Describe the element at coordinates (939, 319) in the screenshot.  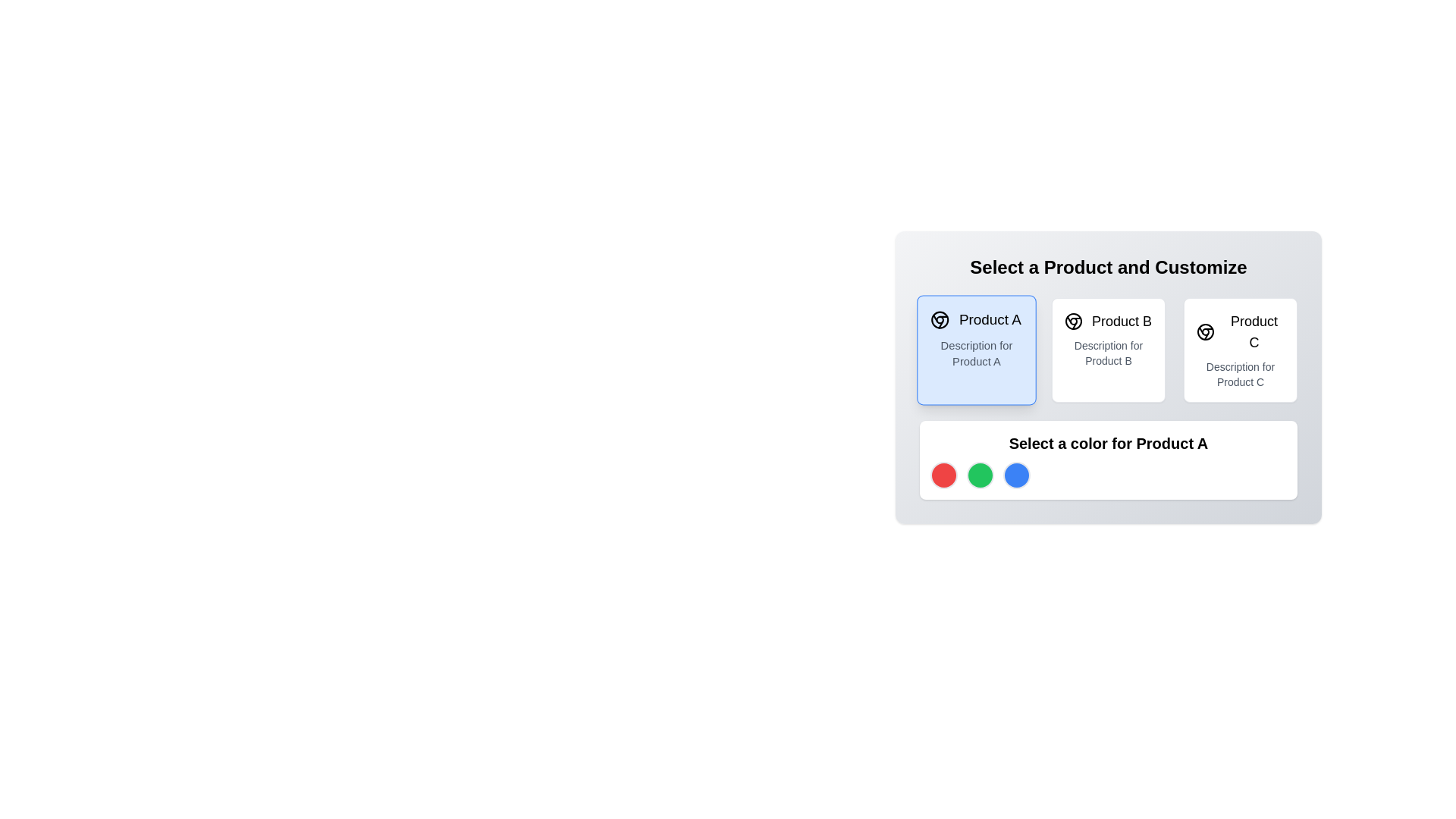
I see `the circular graphical icon component that is part of the logo in the leftmost panel of the product selection area` at that location.